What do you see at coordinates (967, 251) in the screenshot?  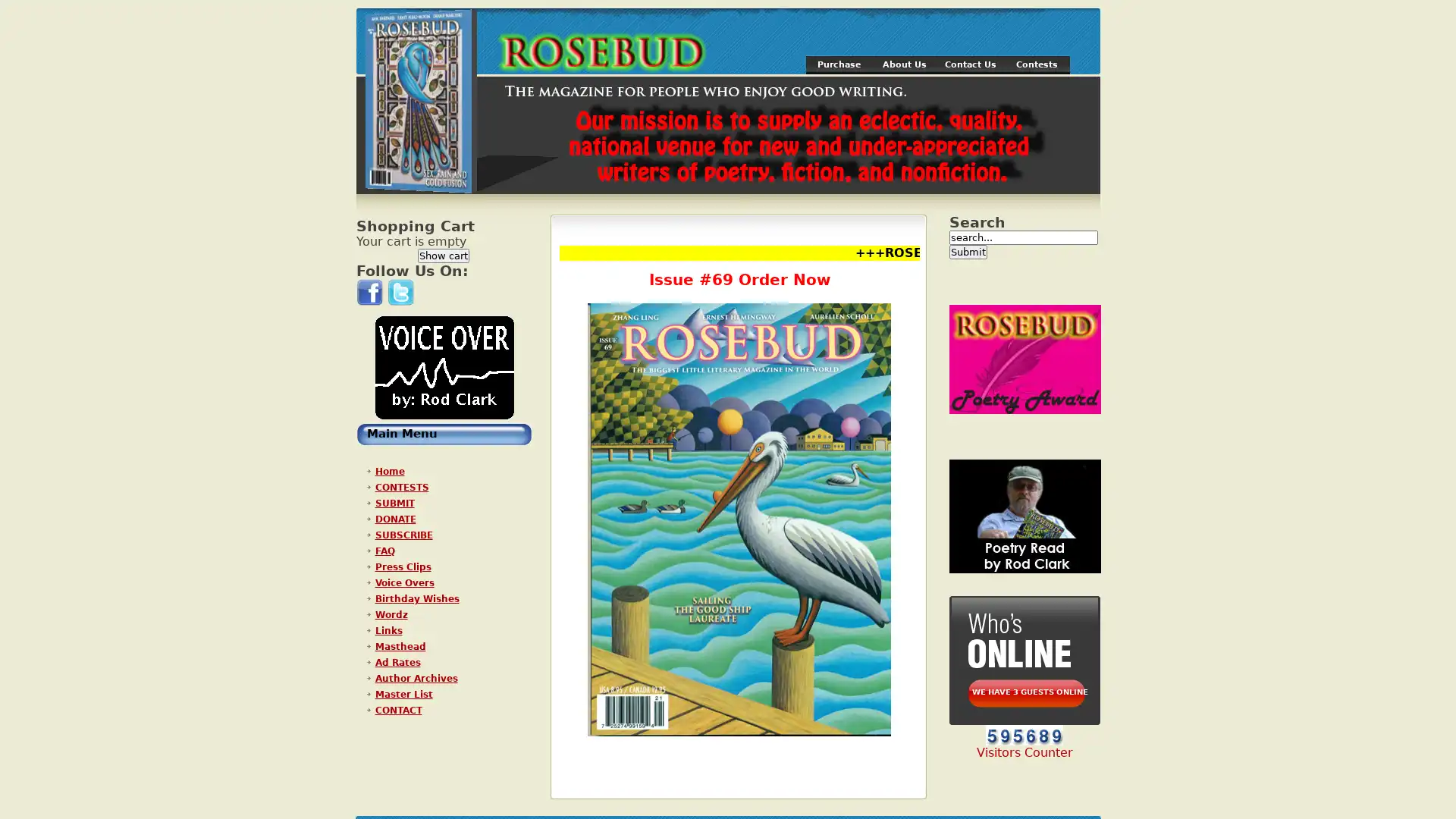 I see `Submit` at bounding box center [967, 251].